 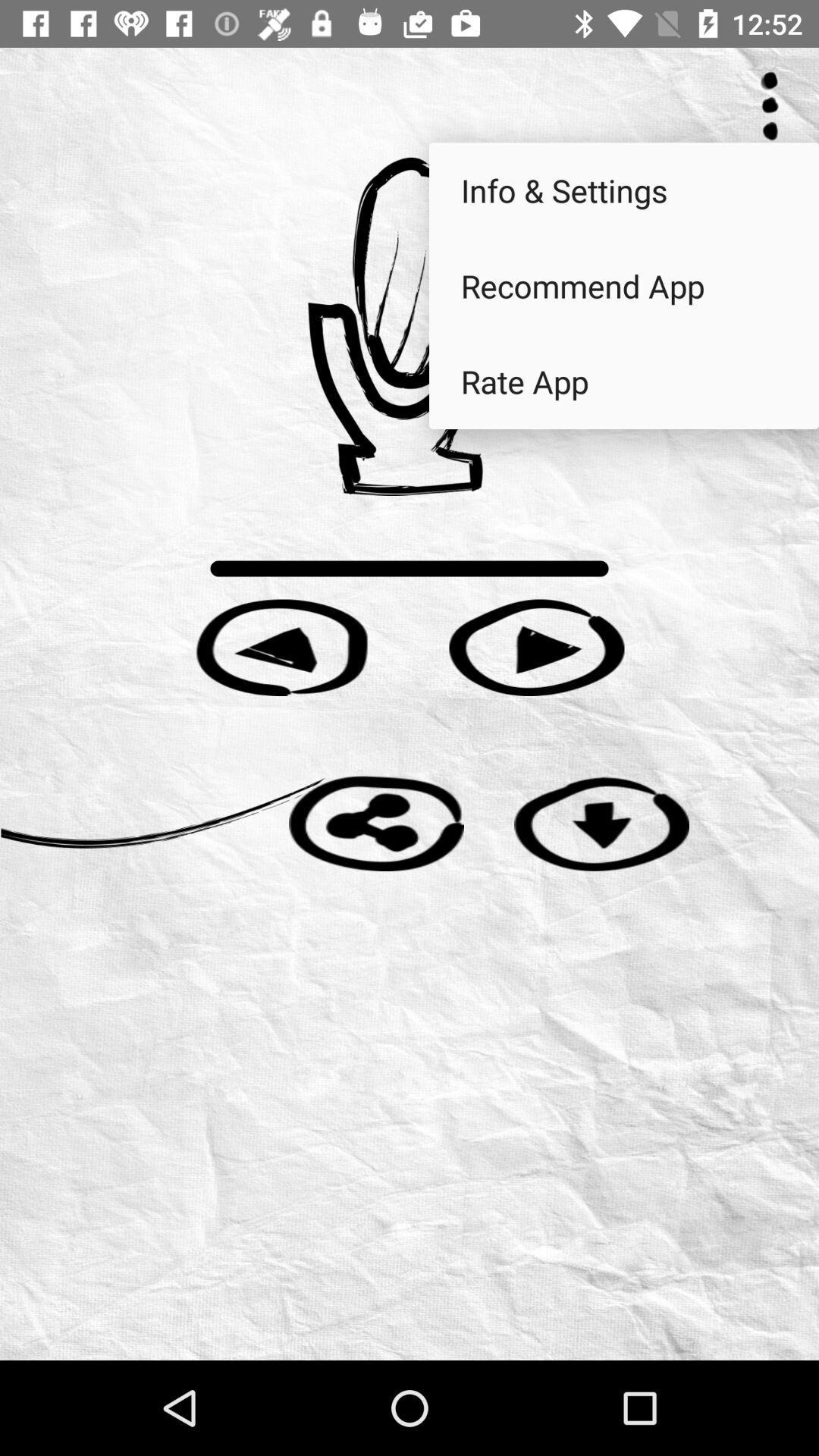 I want to click on go back, so click(x=281, y=648).